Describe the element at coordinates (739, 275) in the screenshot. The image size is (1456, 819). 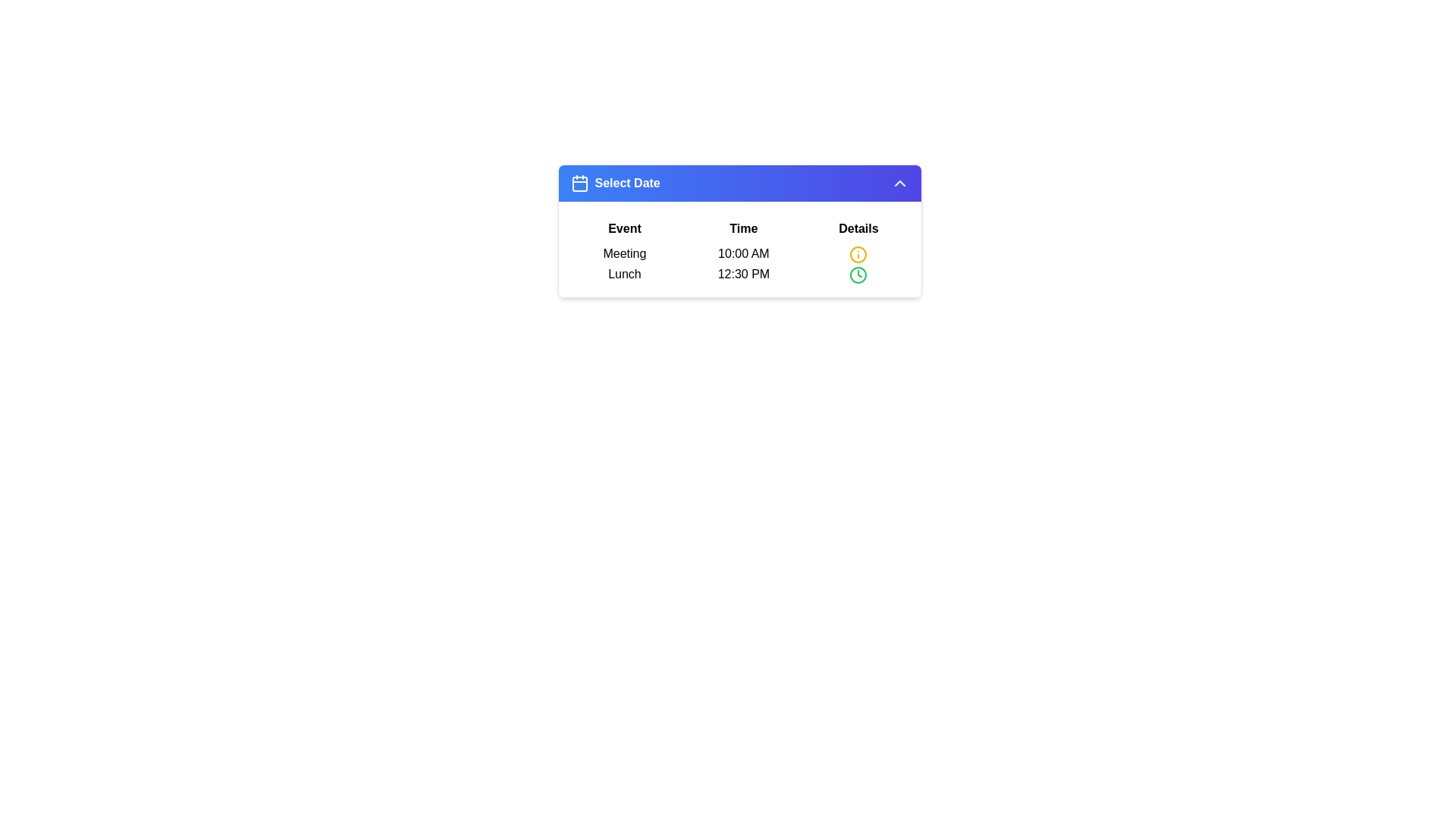
I see `event information from the second row of the table that displays 'Lunch 12:30 PM' and a clock symbol` at that location.